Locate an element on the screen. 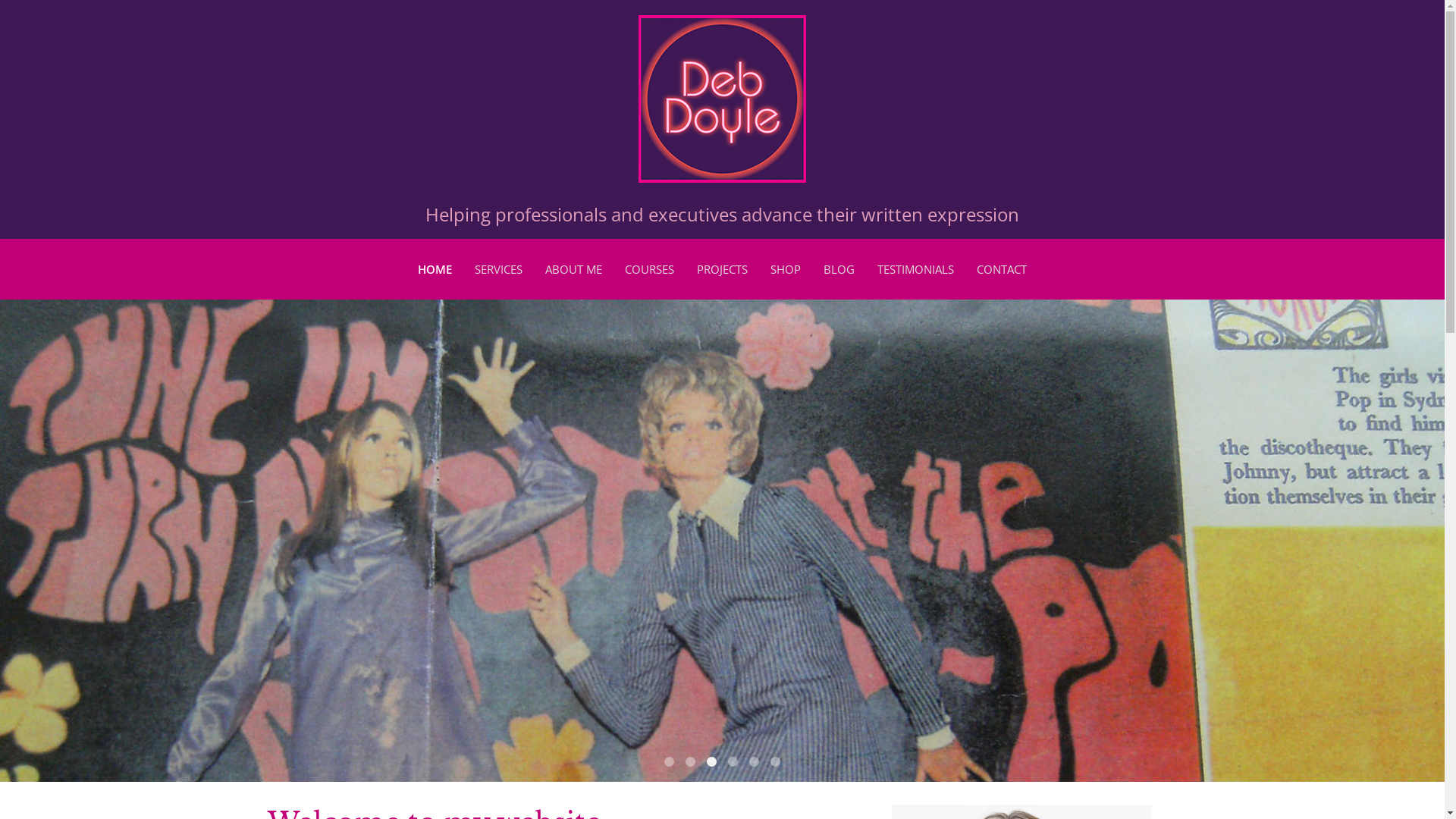 Image resolution: width=1456 pixels, height=819 pixels. '4a' is located at coordinates (733, 761).